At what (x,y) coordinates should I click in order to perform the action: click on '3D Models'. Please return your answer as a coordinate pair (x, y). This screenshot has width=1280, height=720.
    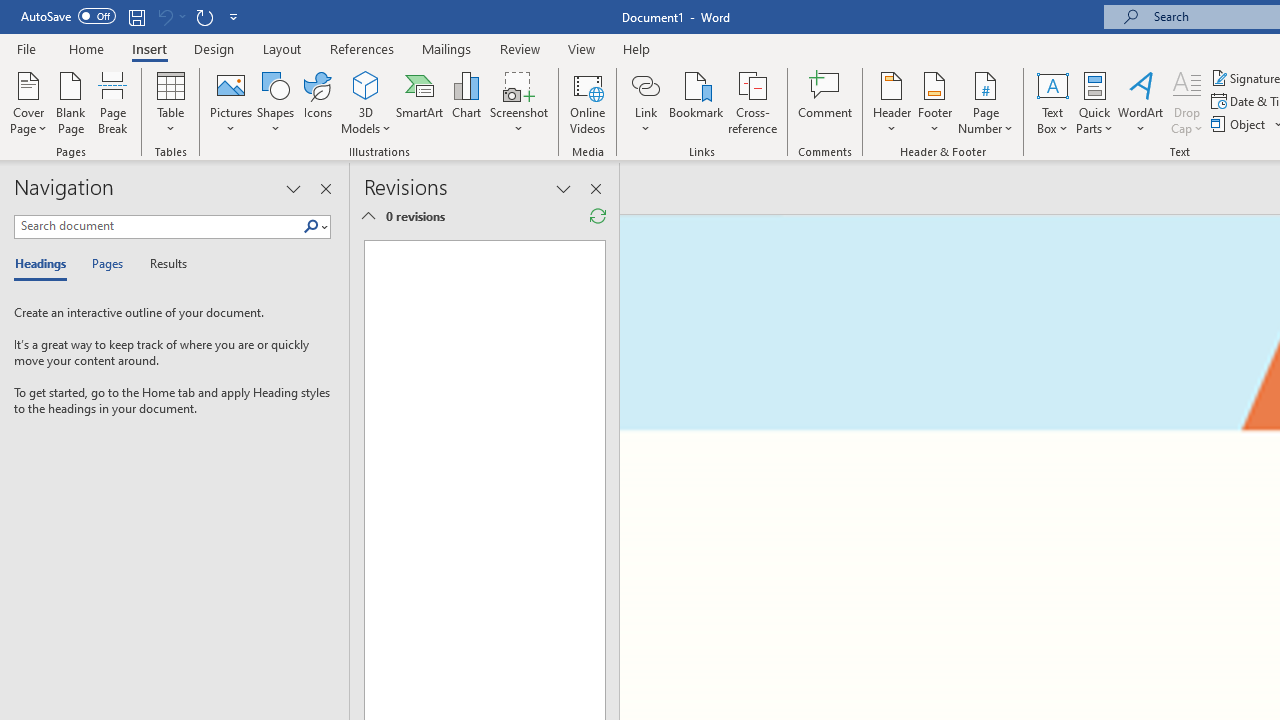
    Looking at the image, I should click on (366, 103).